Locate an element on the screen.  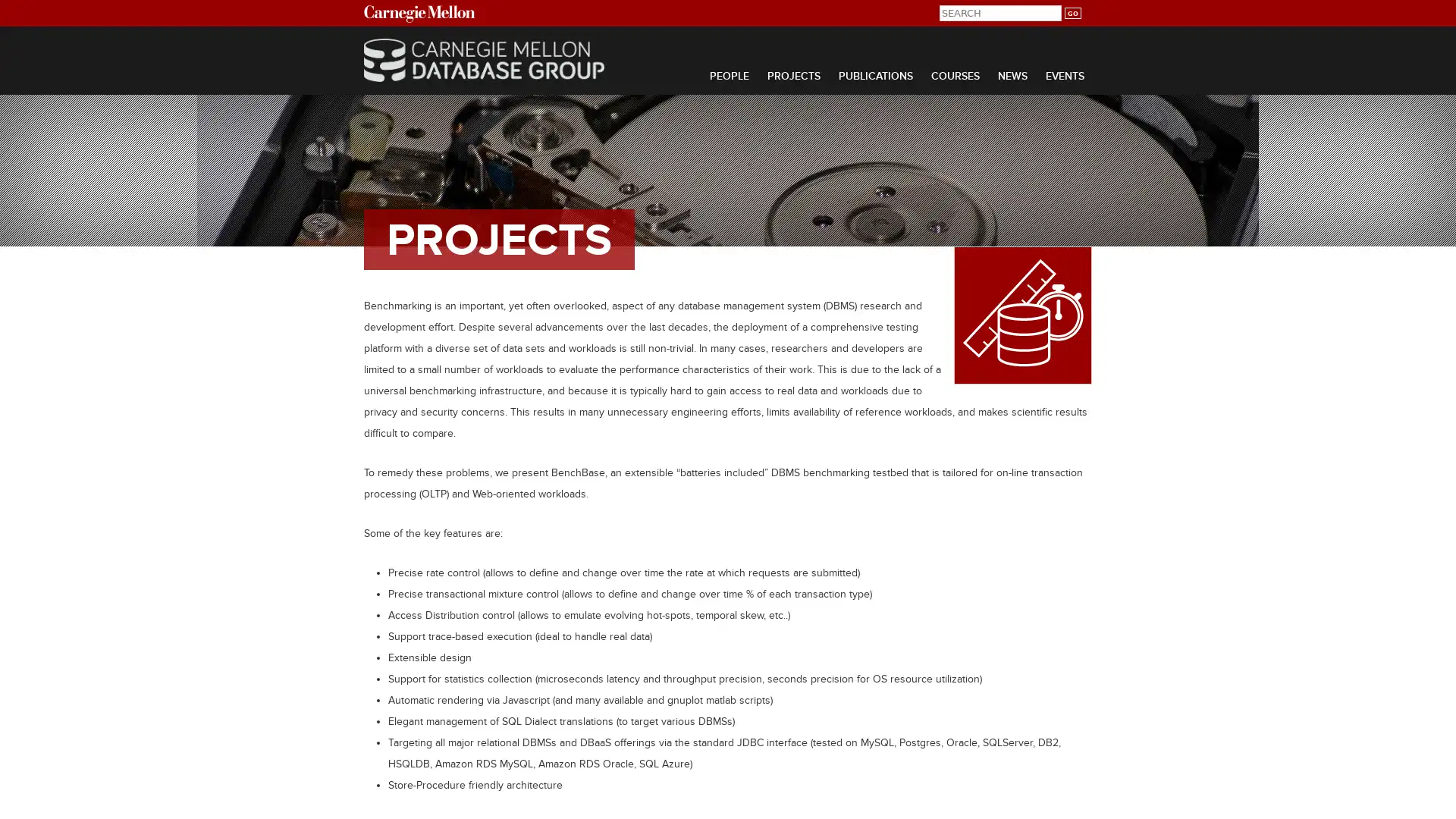
Go is located at coordinates (1072, 13).